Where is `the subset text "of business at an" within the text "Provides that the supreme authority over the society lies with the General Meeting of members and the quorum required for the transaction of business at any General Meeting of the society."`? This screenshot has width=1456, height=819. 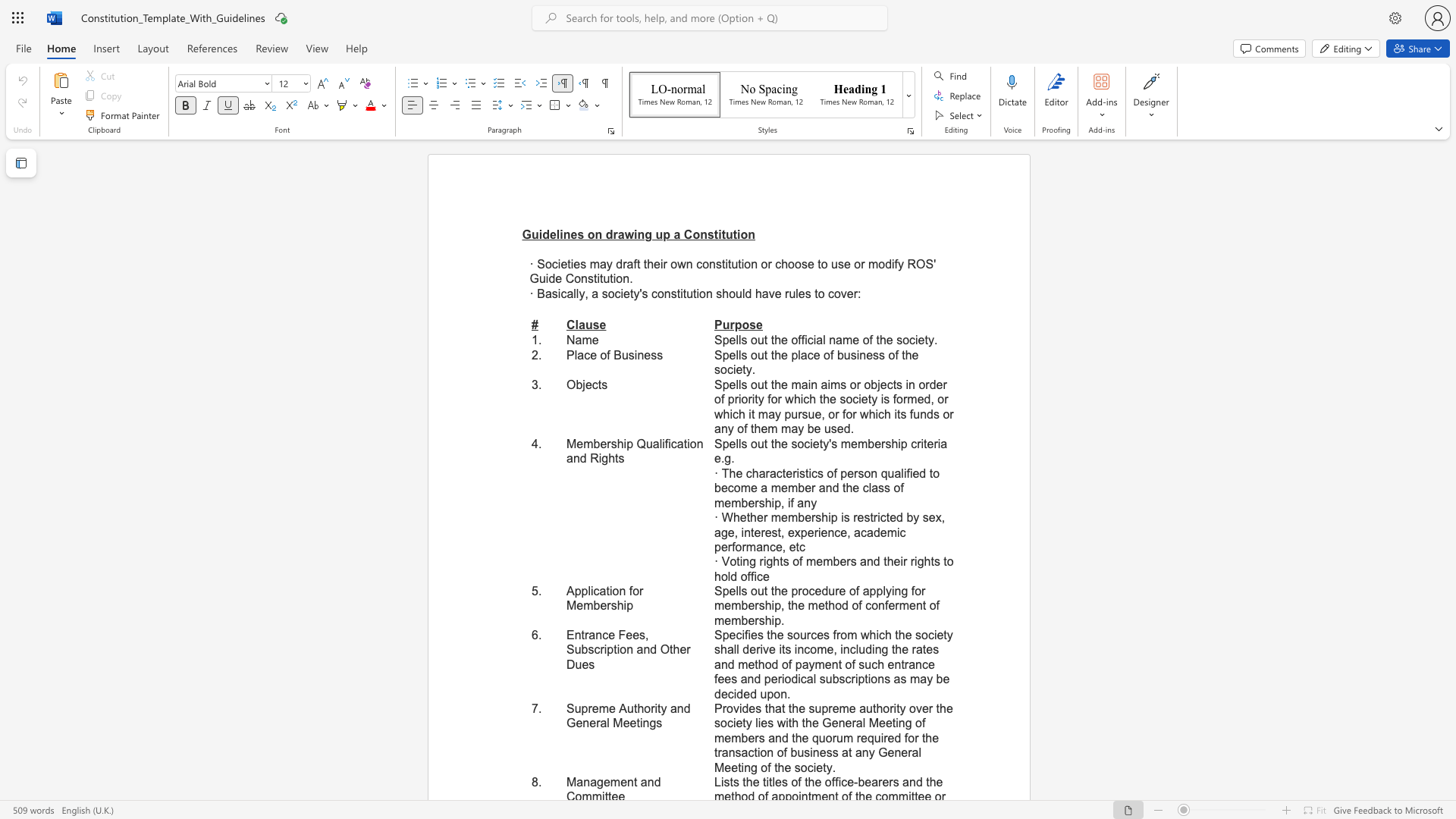
the subset text "of business at an" within the text "Provides that the supreme authority over the society lies with the General Meeting of members and the quorum required for the transaction of business at any General Meeting of the society." is located at coordinates (777, 752).